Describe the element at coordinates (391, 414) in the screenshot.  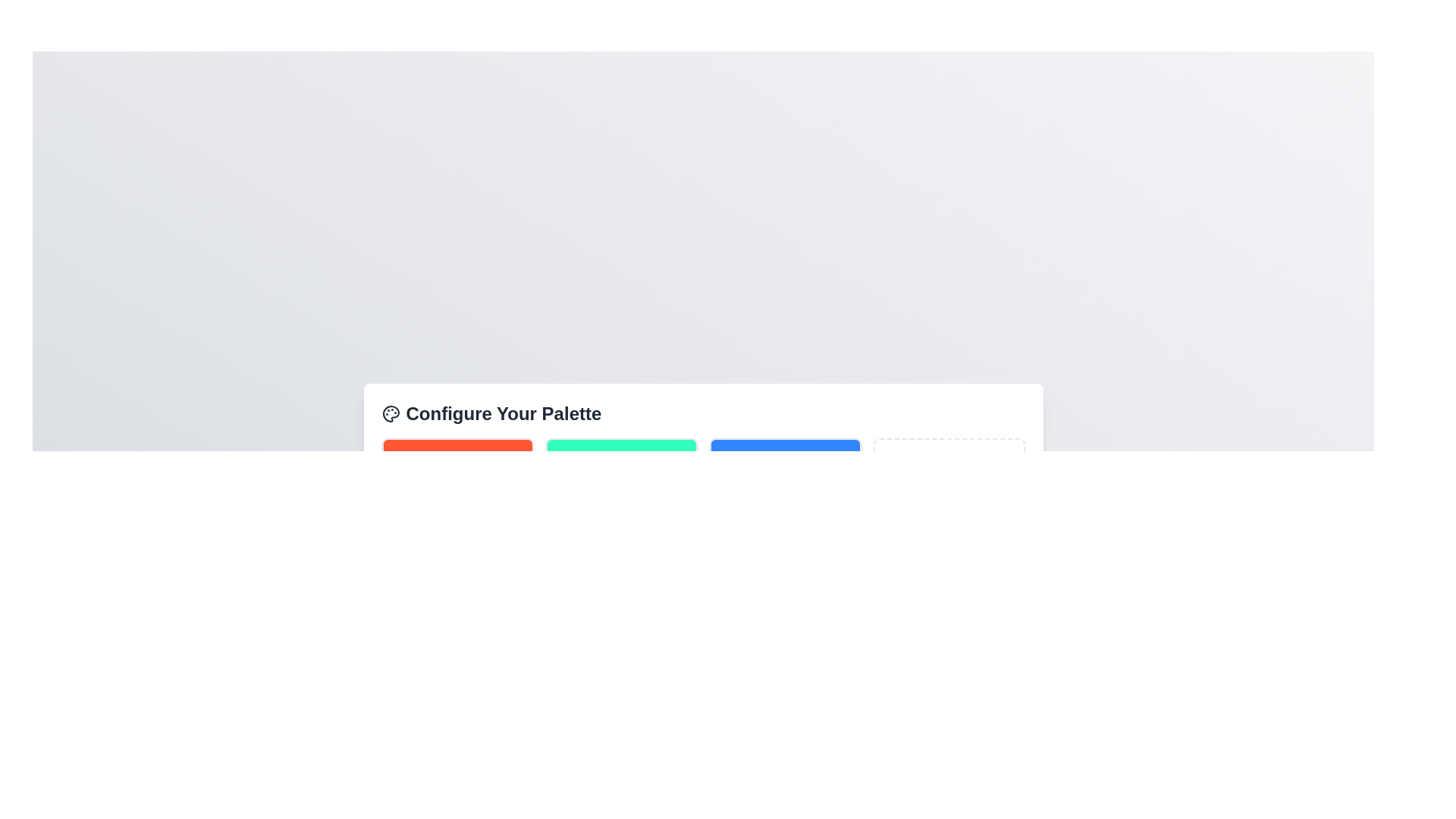
I see `the painter's palette icon located to the left of the text 'Configure Your Palette', which features a modern outline design in navy or gray color` at that location.